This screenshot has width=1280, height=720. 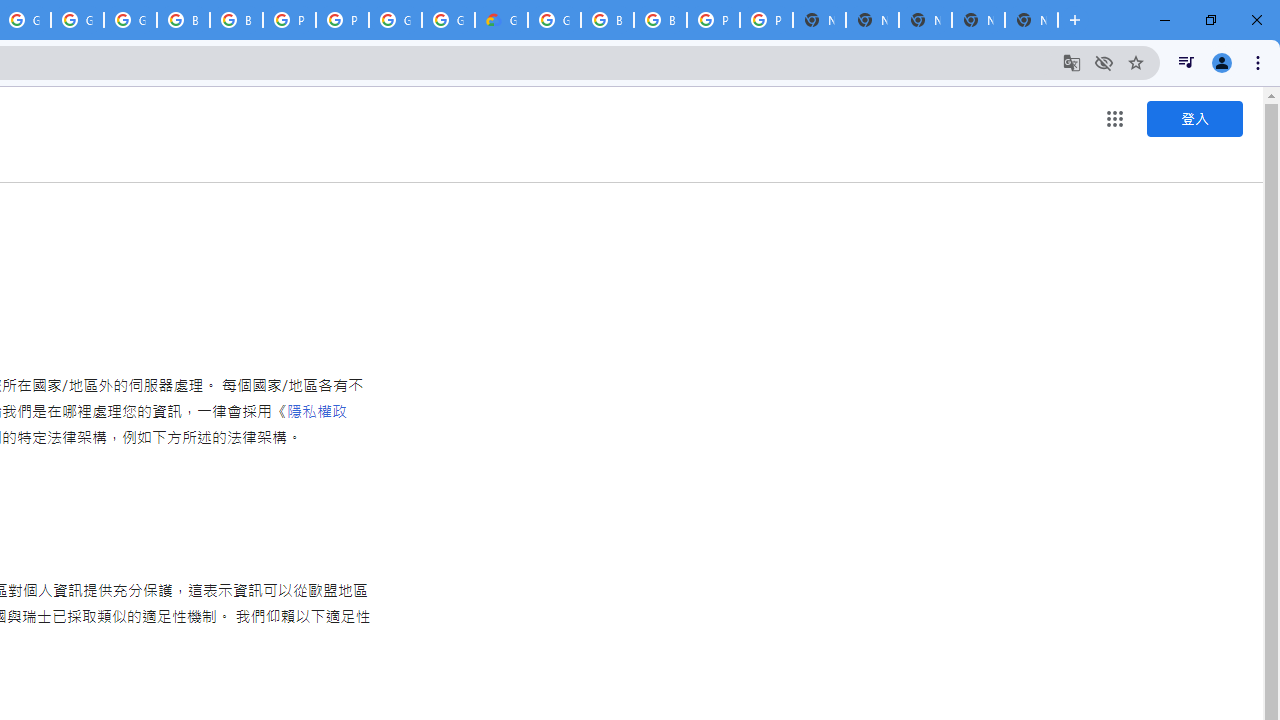 I want to click on 'New Tab', so click(x=1031, y=20).